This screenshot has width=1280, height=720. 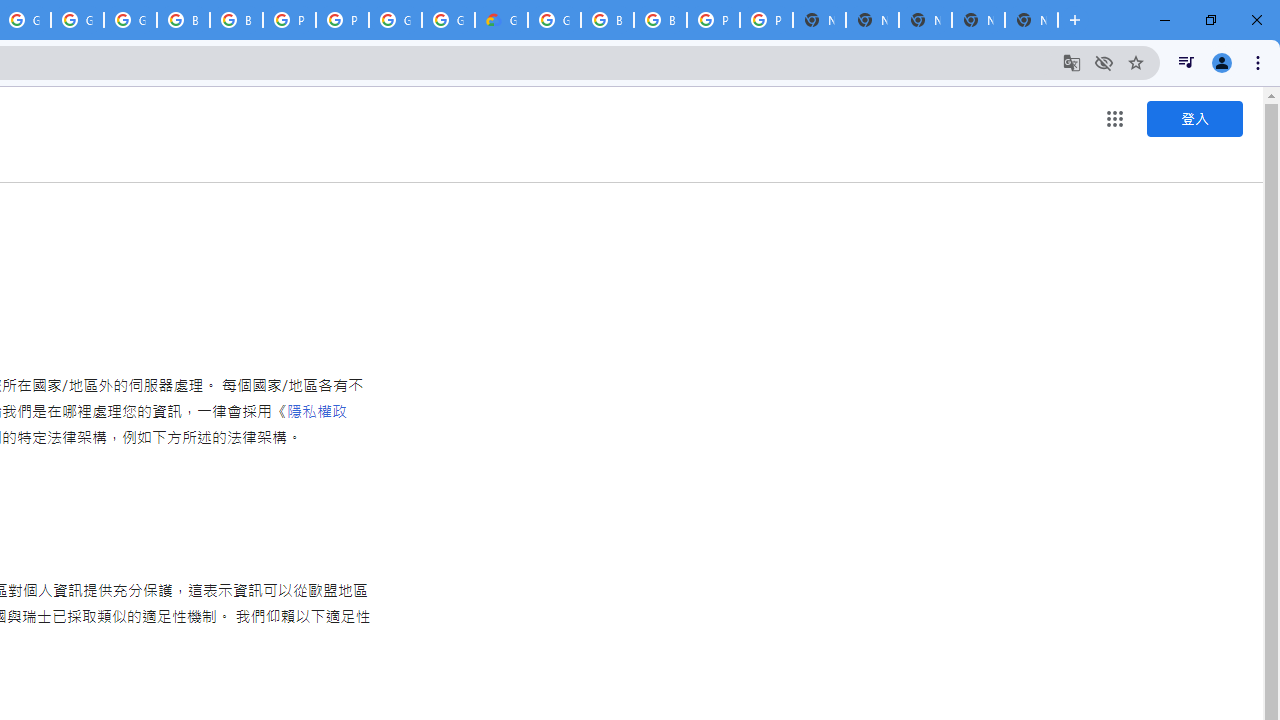 I want to click on 'New Tab', so click(x=1031, y=20).